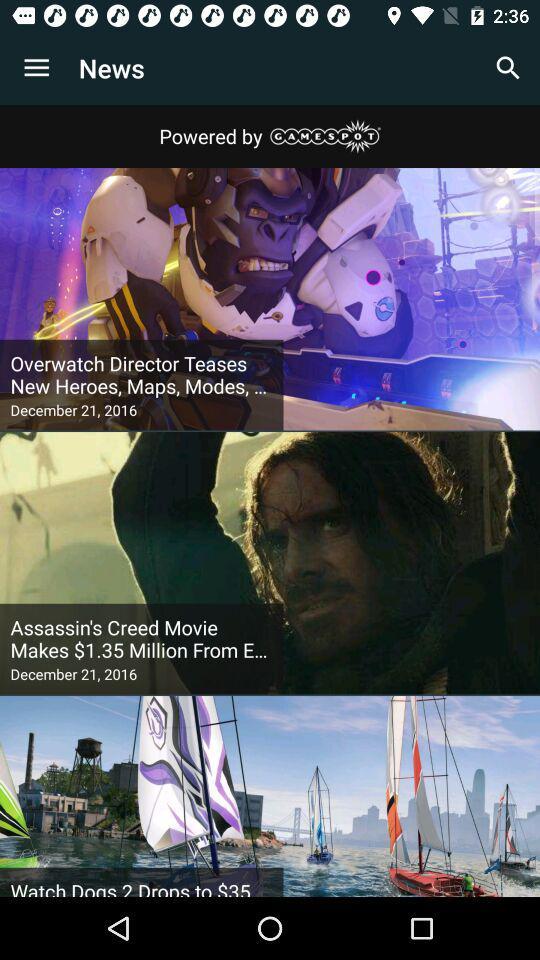 The image size is (540, 960). Describe the element at coordinates (140, 638) in the screenshot. I see `the assassin s creed icon` at that location.